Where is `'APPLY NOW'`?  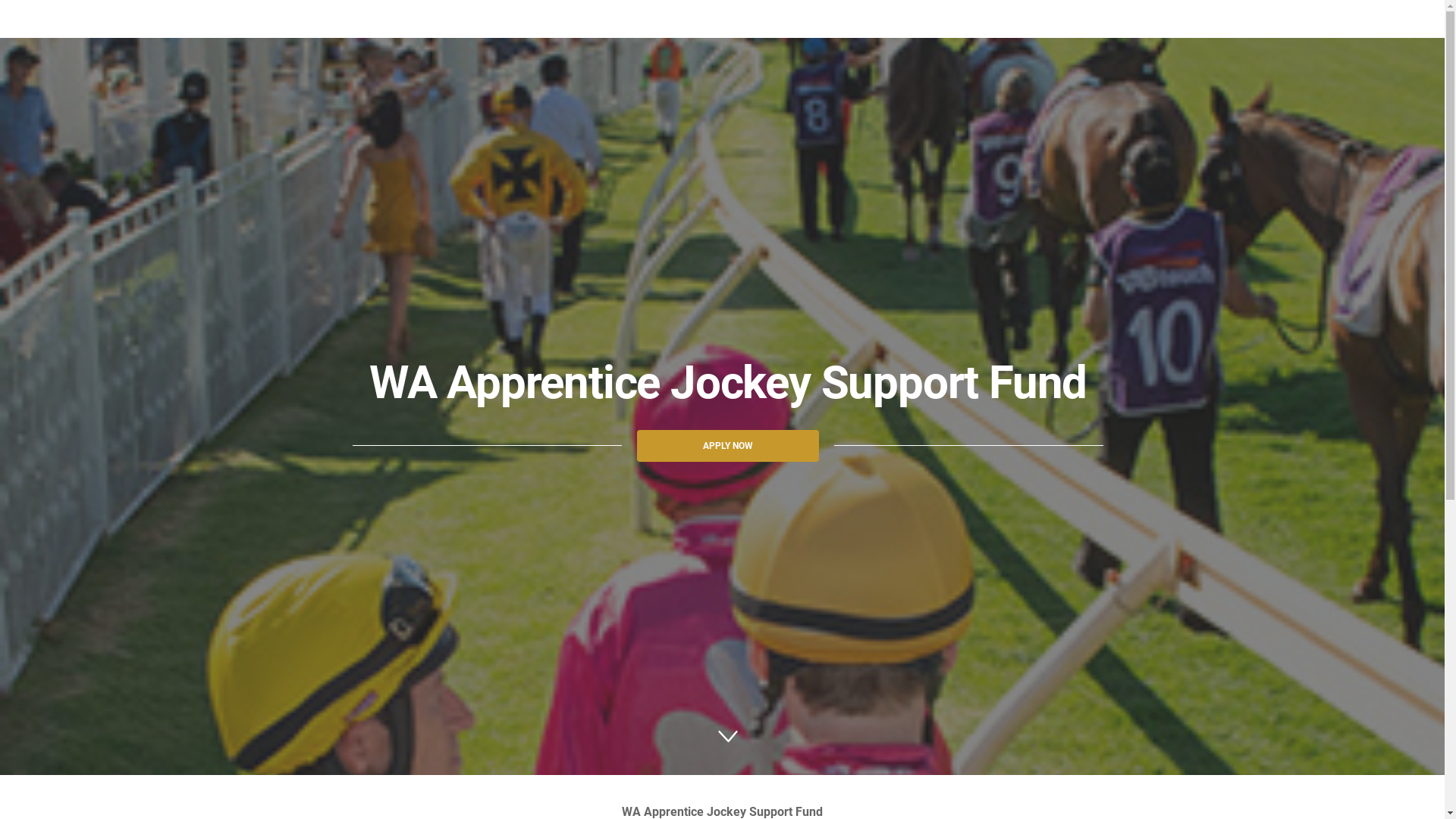 'APPLY NOW' is located at coordinates (728, 444).